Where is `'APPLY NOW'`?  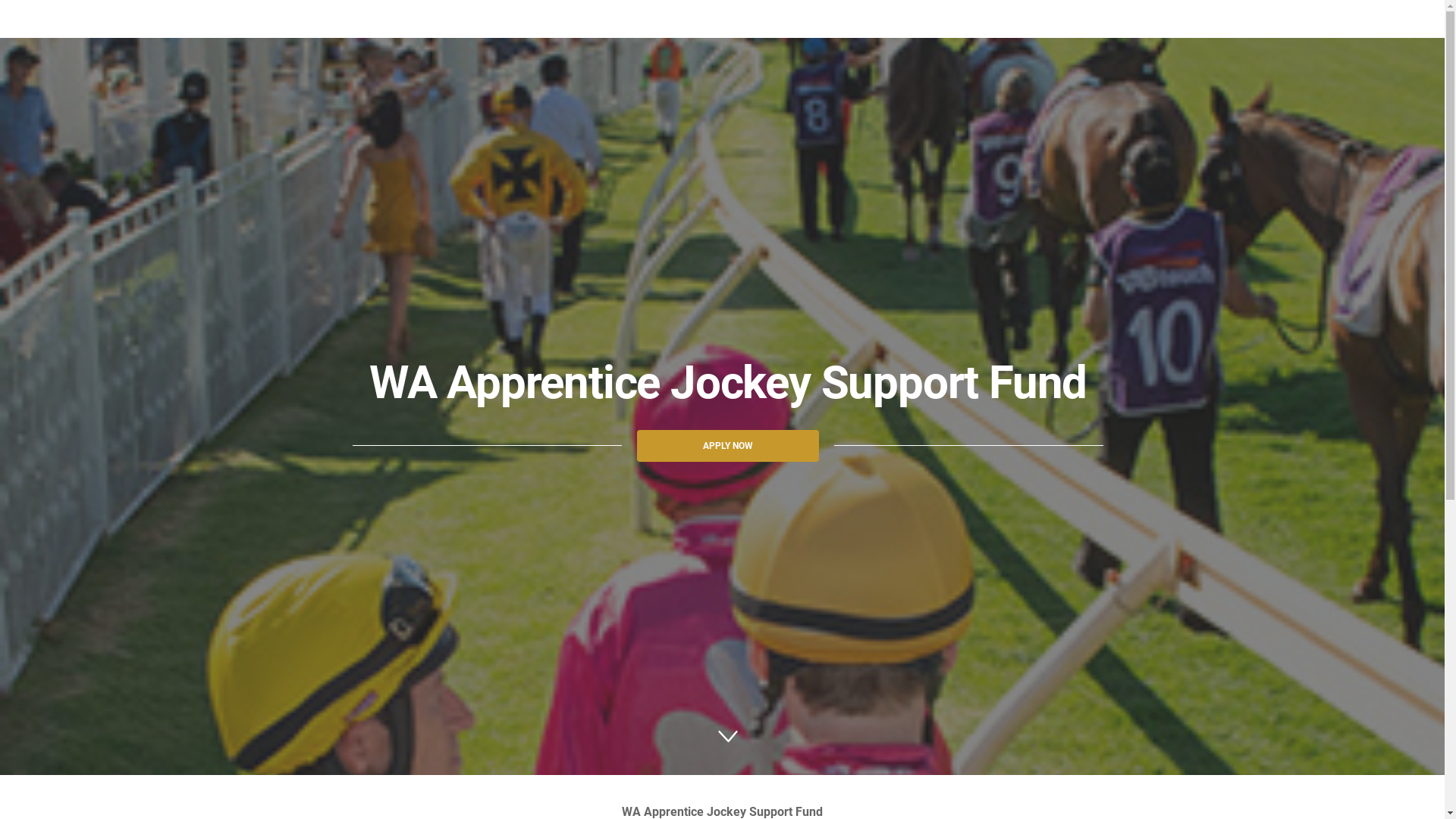 'APPLY NOW' is located at coordinates (728, 444).